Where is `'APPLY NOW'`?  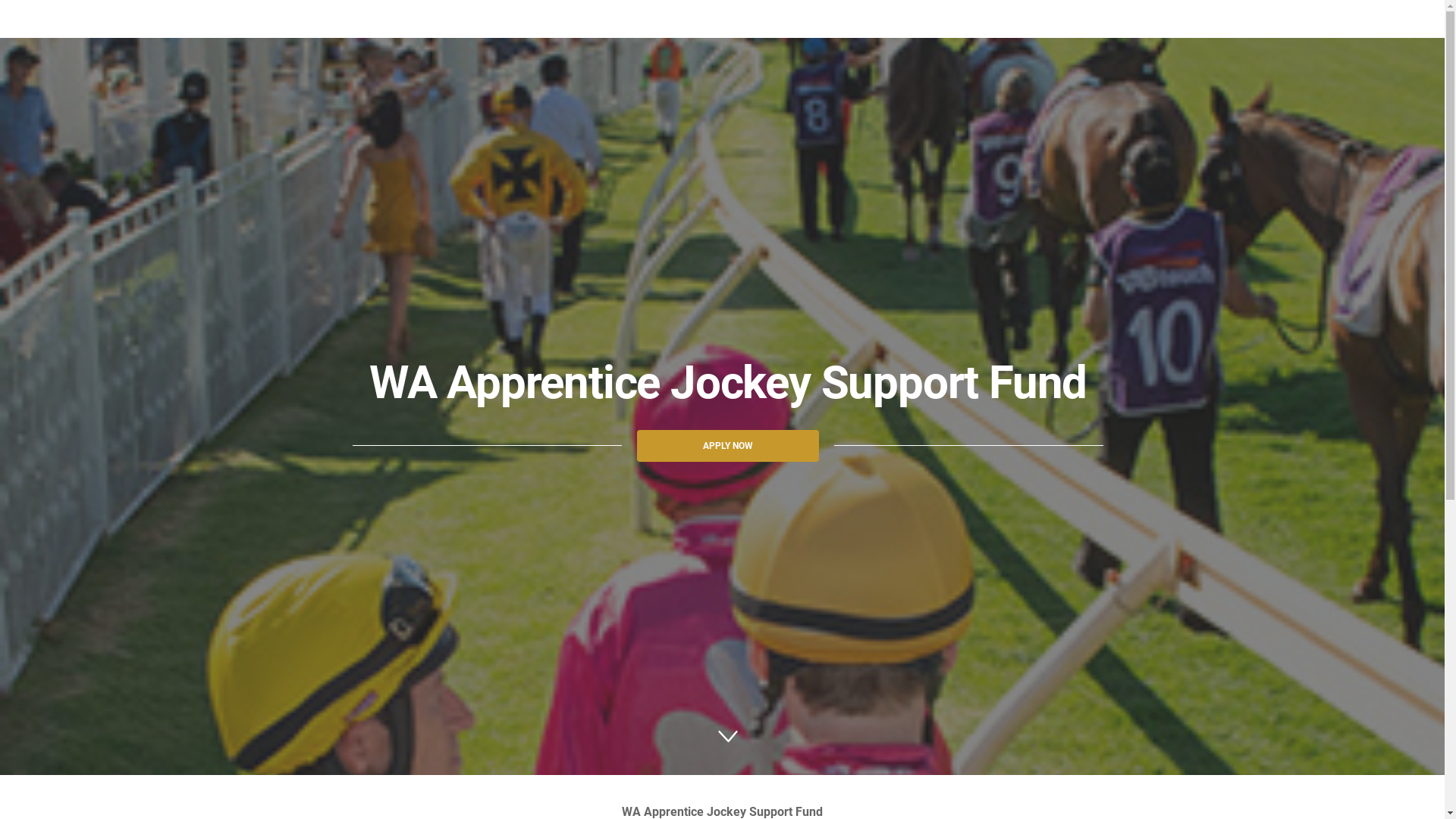 'APPLY NOW' is located at coordinates (728, 444).